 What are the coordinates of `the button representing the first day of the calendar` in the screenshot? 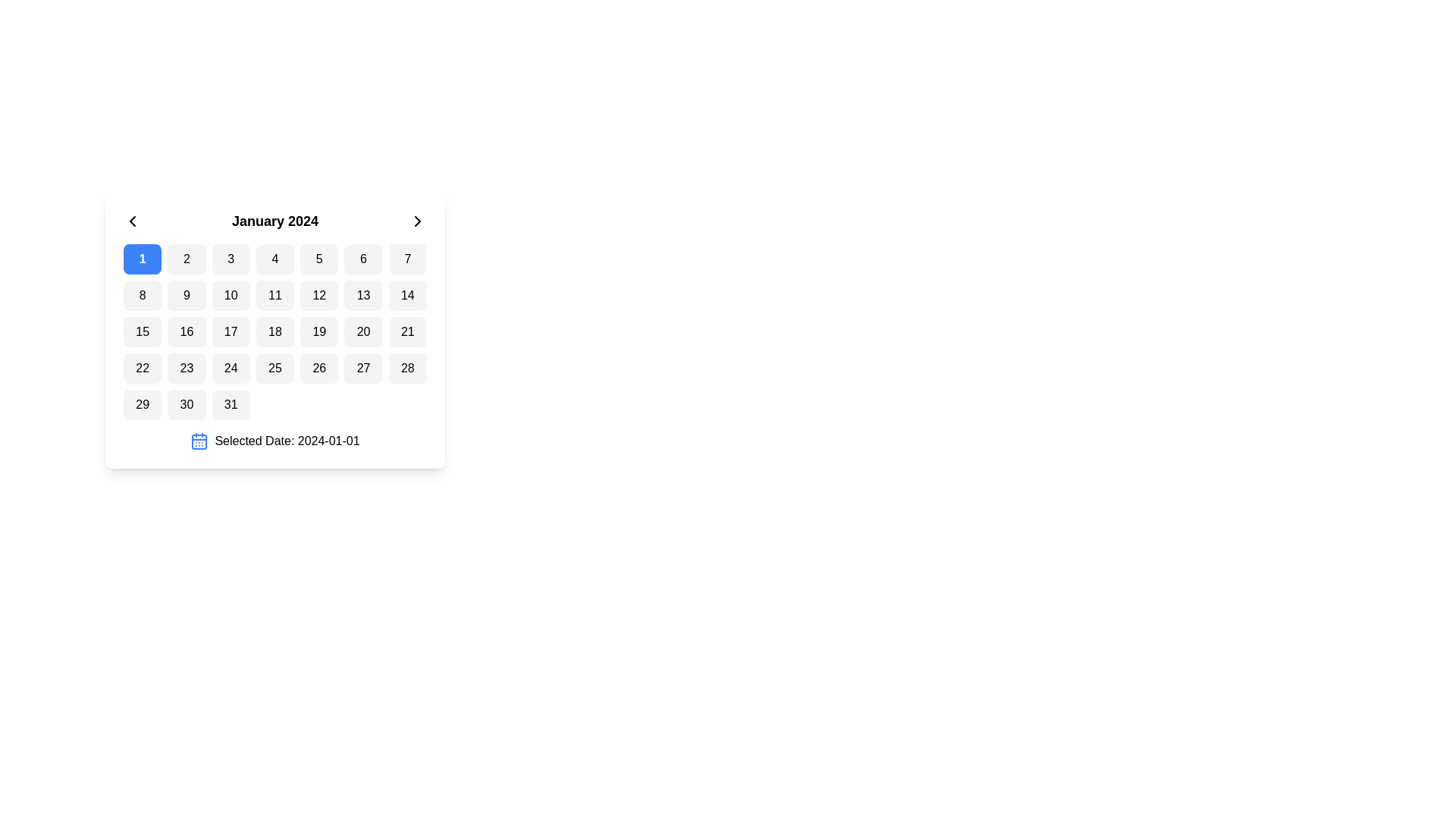 It's located at (143, 259).